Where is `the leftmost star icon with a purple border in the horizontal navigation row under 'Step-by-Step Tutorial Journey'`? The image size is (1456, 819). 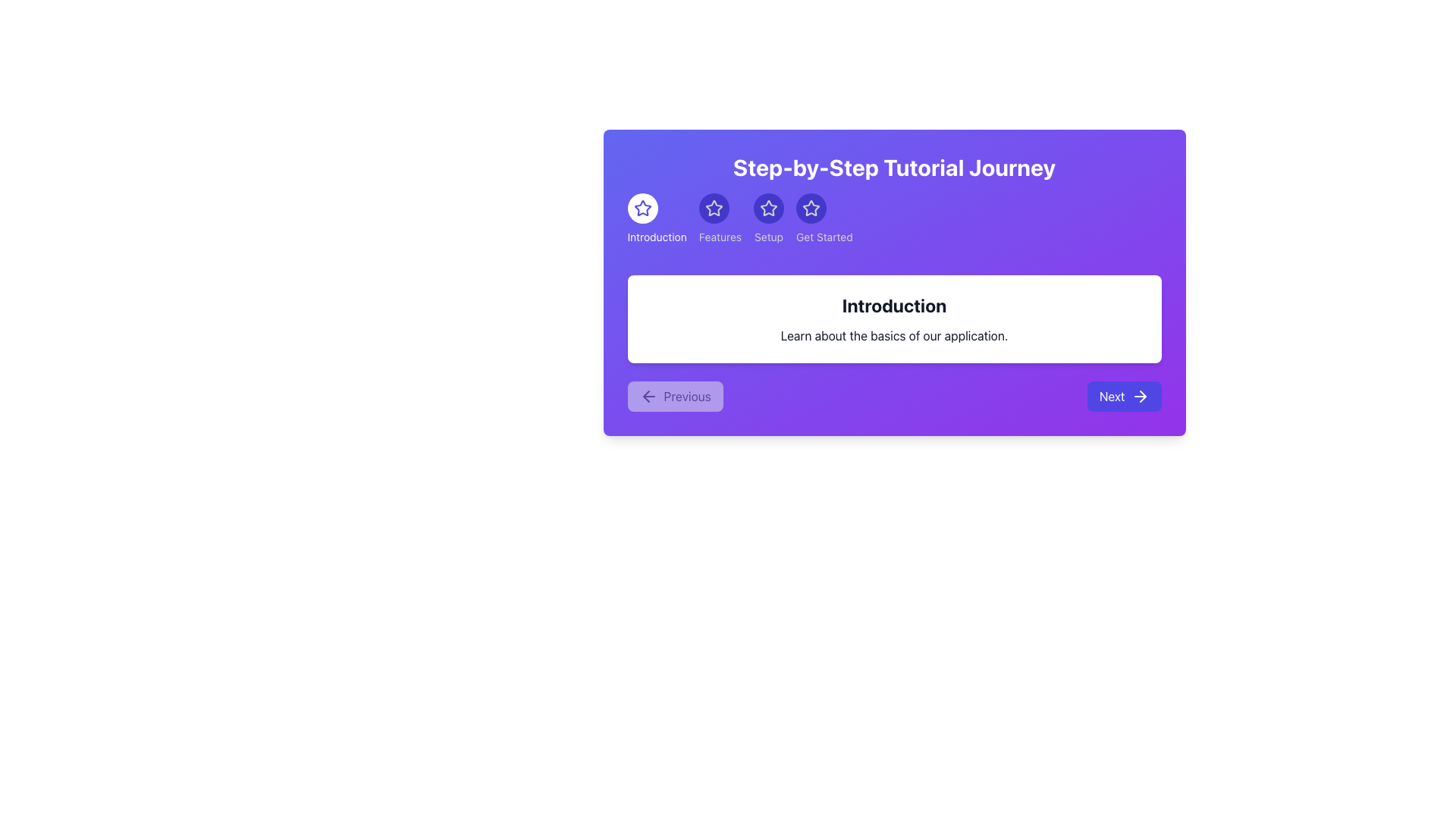
the leftmost star icon with a purple border in the horizontal navigation row under 'Step-by-Step Tutorial Journey' is located at coordinates (642, 208).